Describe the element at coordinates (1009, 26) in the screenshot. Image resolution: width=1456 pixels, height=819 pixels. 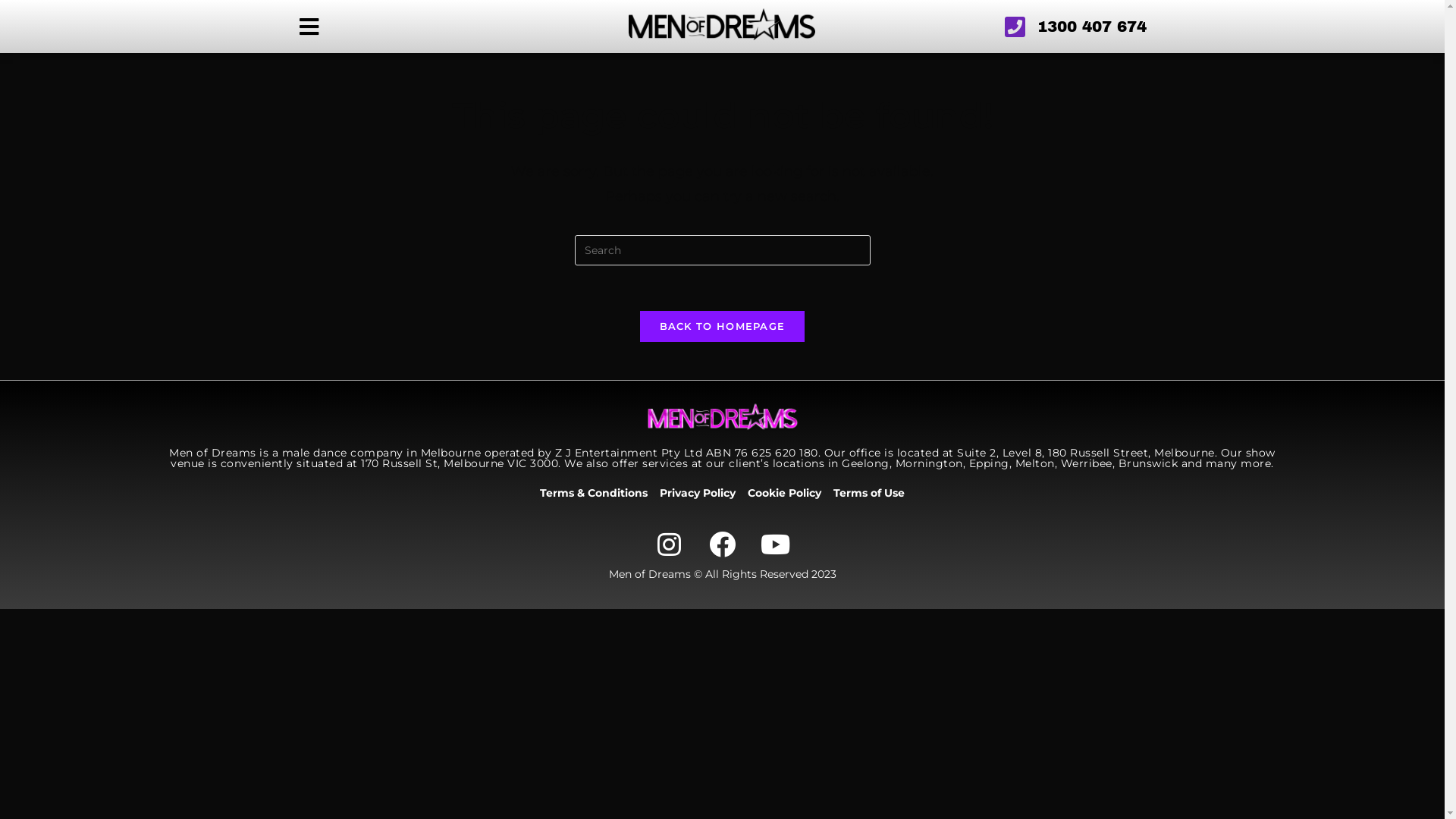
I see `'1300 407 674'` at that location.